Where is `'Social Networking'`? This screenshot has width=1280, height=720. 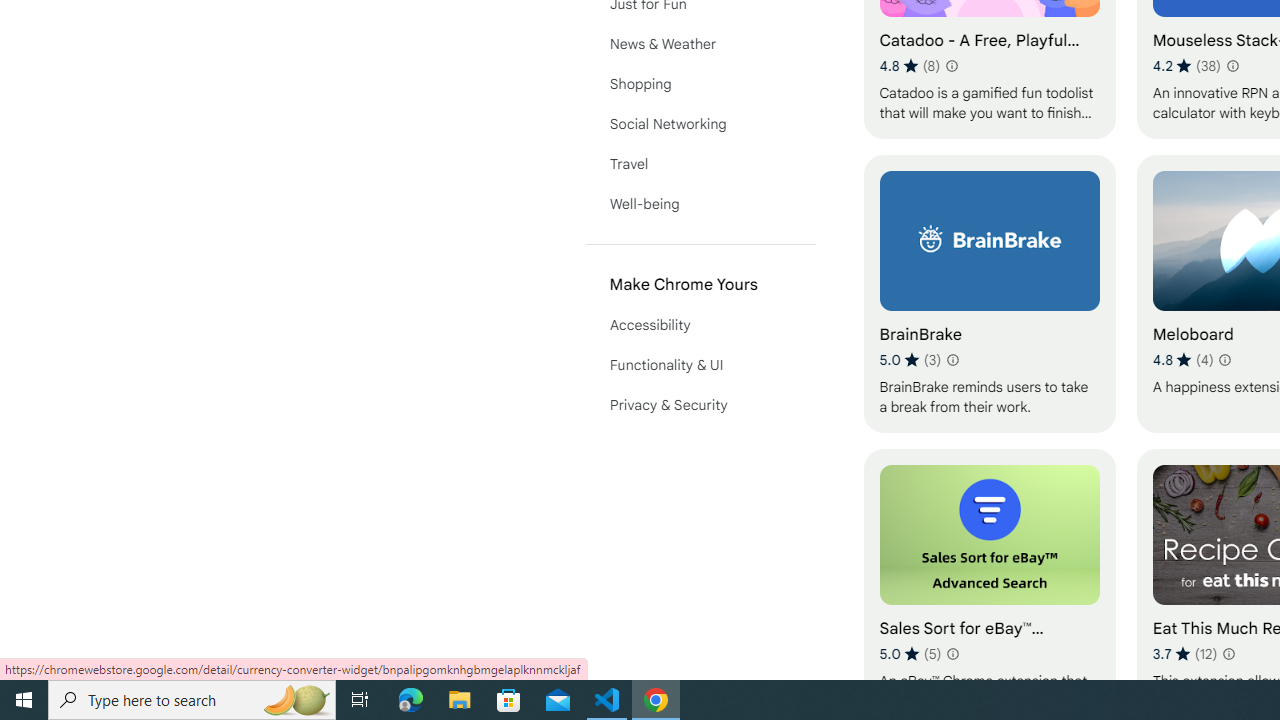 'Social Networking' is located at coordinates (700, 123).